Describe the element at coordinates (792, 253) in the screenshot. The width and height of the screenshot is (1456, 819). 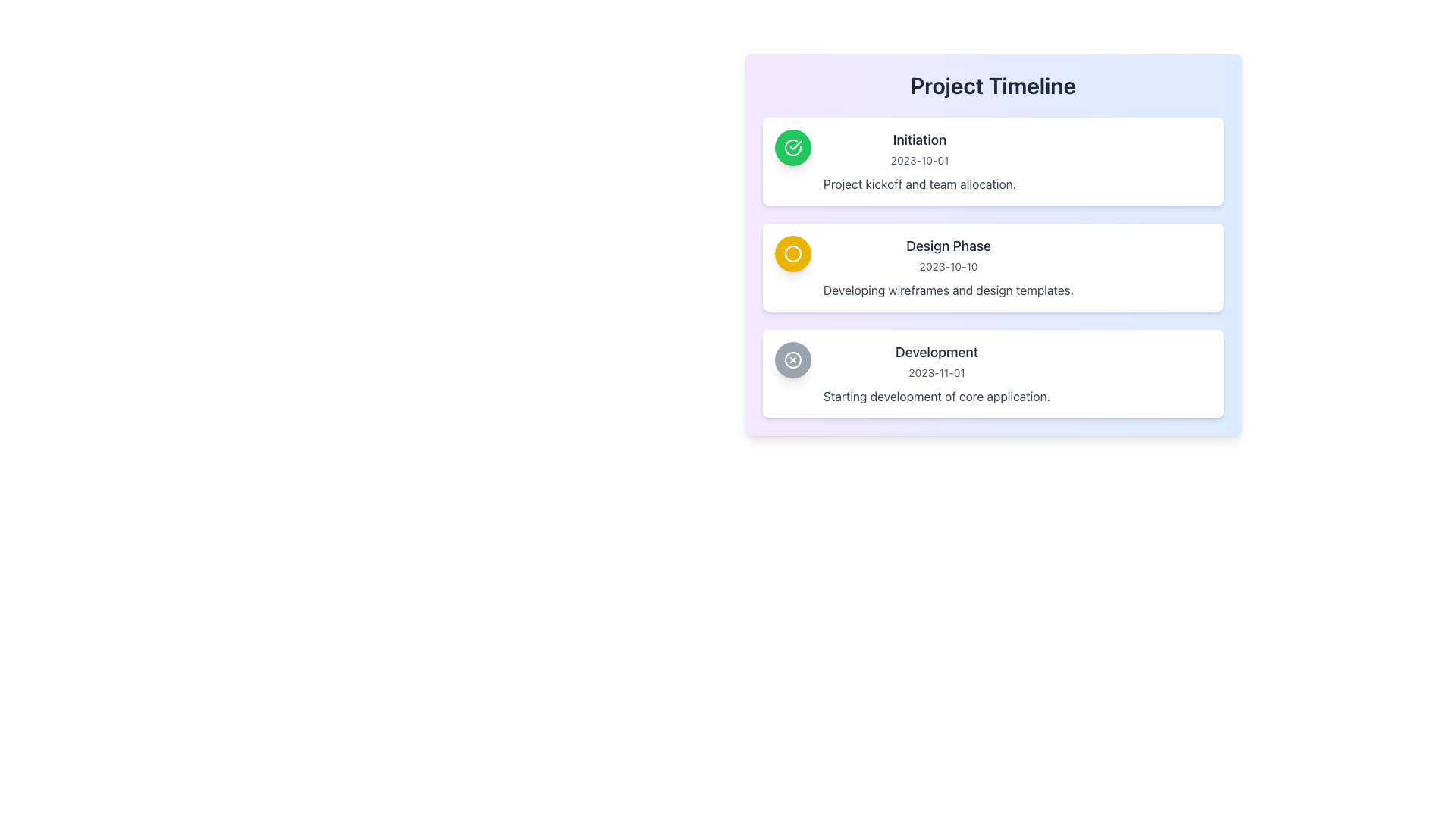
I see `the visual indicator icon that signifies the 'Design Phase' step in the project timeline, located at the left edge of the card labeled 'Design Phase'` at that location.